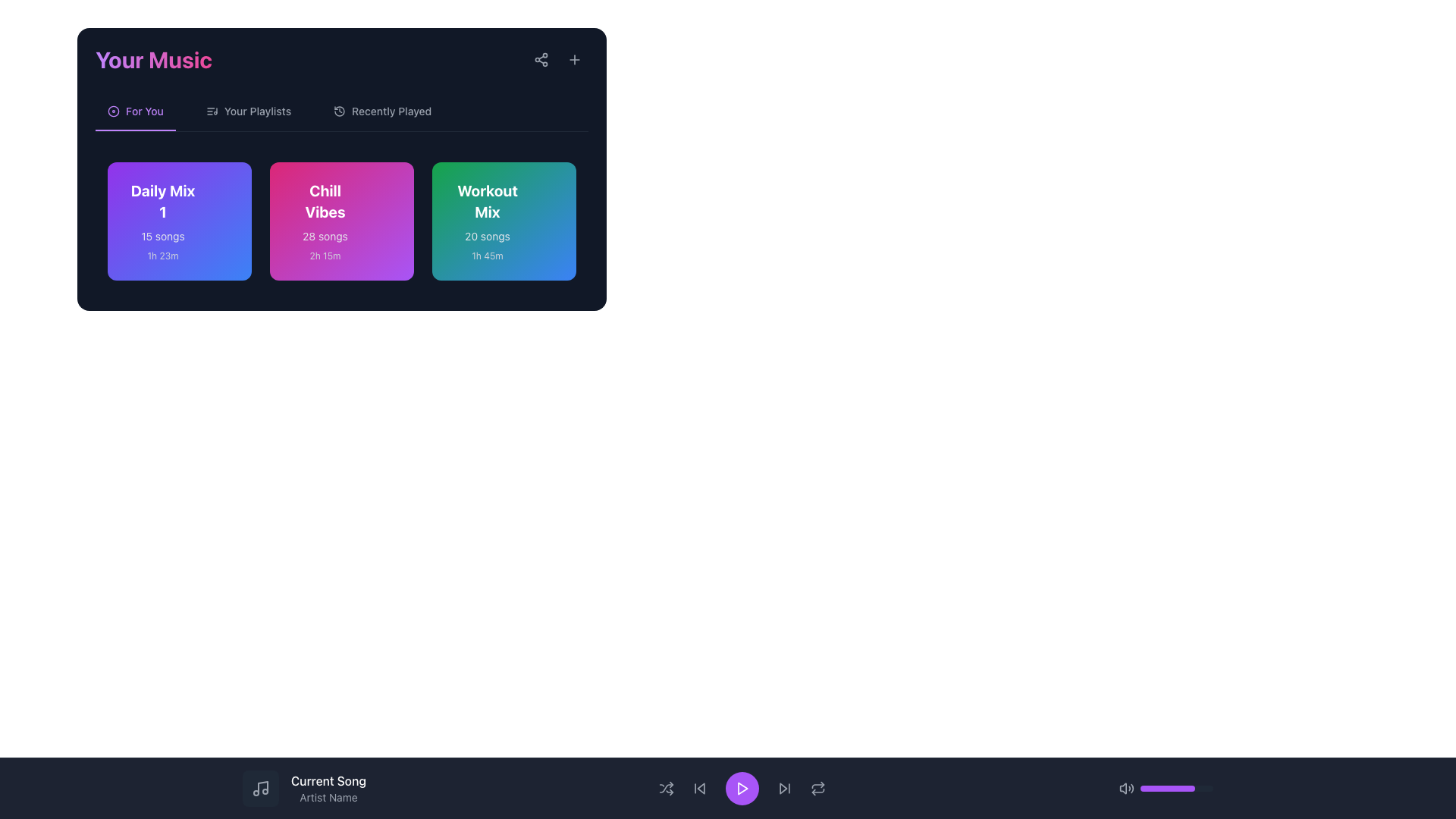  What do you see at coordinates (163, 237) in the screenshot?
I see `the static text label that provides information about the number of songs in the 'Daily Mix 1' playlist, located above the duration text '1h 23m'` at bounding box center [163, 237].